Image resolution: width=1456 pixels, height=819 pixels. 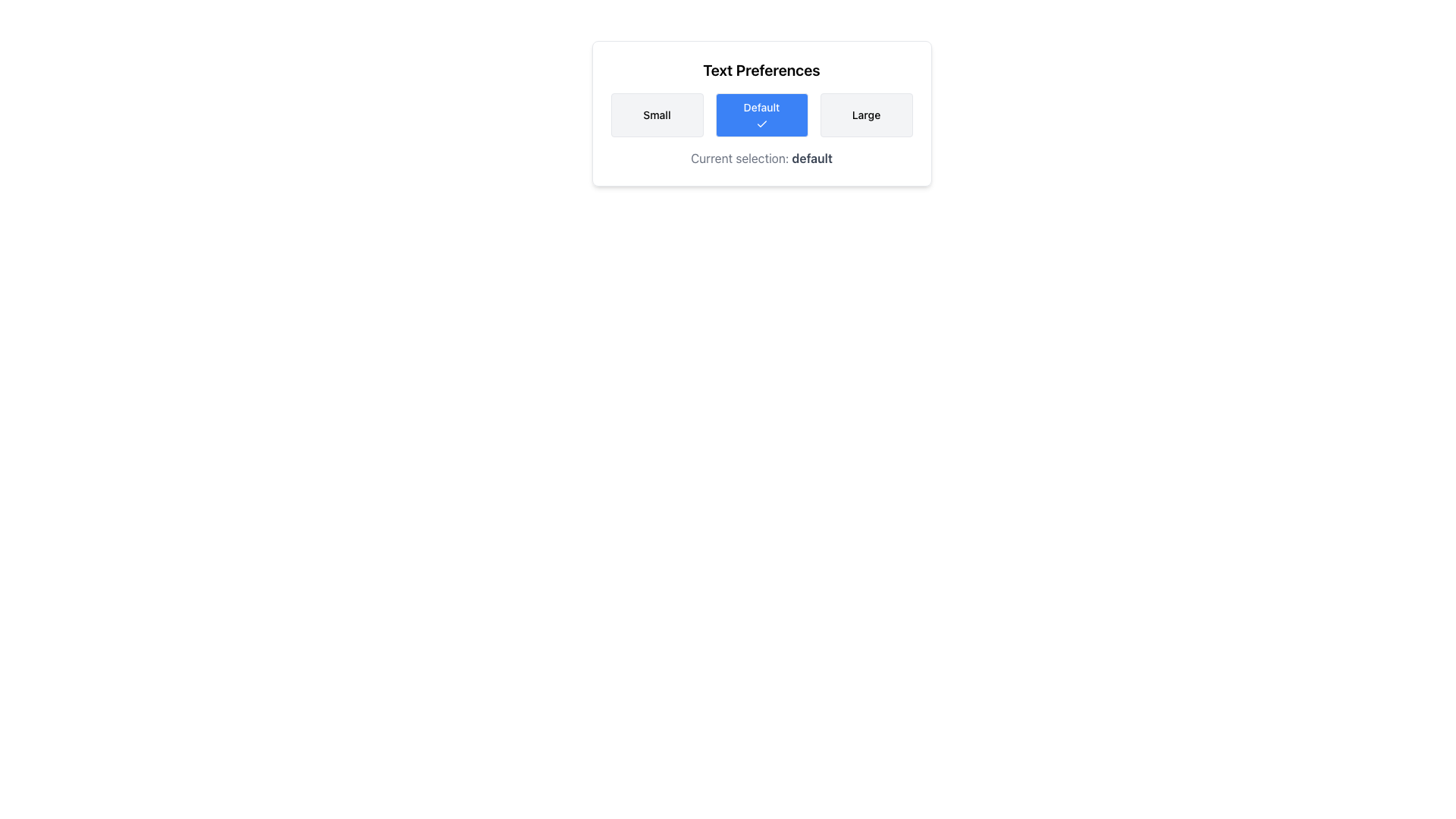 I want to click on the 'Large' text size button located on the far right of a horizontal grid of three buttons labeled 'Small', 'Default', and 'Large', so click(x=866, y=114).